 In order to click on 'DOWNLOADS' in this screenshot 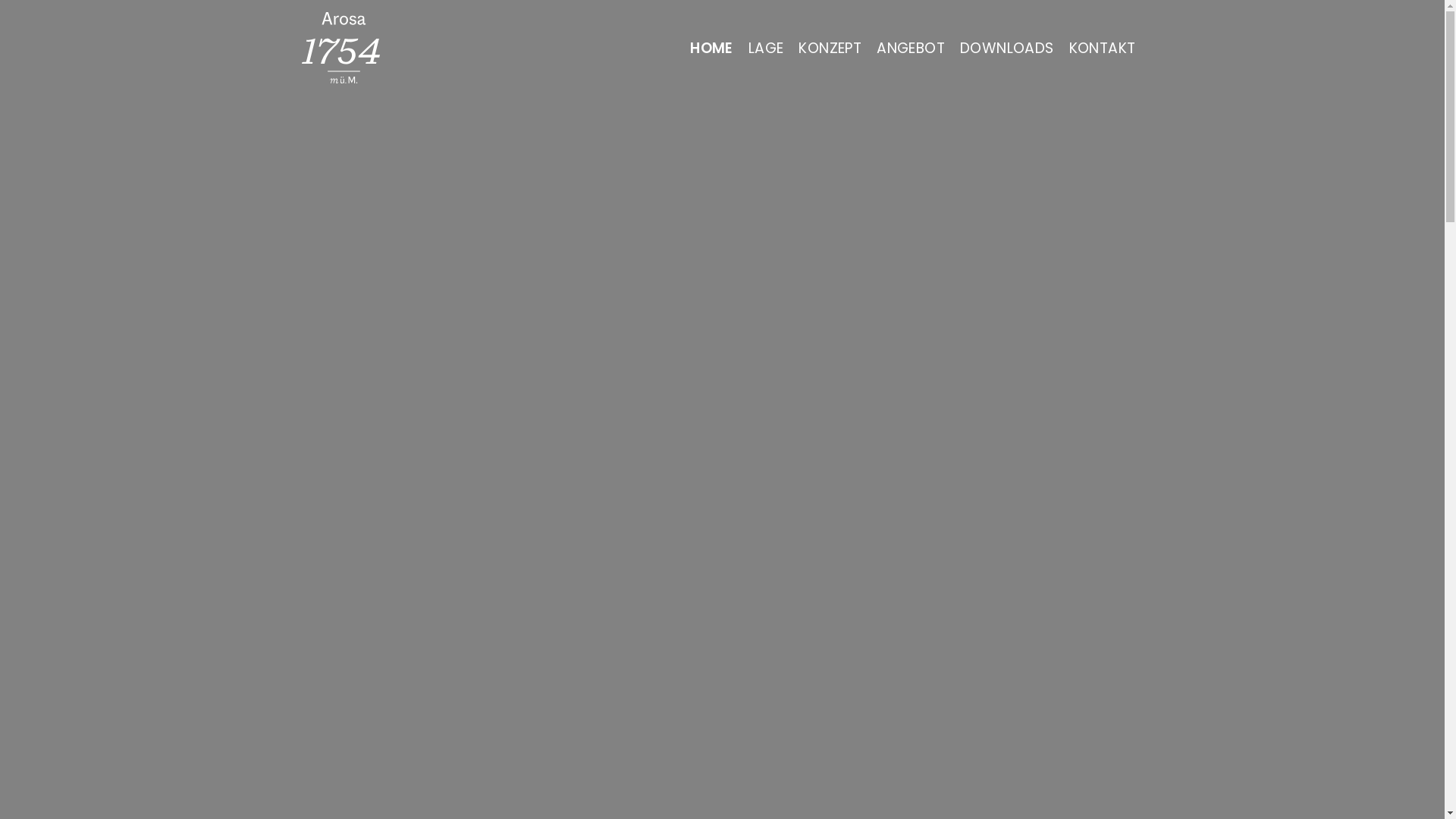, I will do `click(1007, 47)`.